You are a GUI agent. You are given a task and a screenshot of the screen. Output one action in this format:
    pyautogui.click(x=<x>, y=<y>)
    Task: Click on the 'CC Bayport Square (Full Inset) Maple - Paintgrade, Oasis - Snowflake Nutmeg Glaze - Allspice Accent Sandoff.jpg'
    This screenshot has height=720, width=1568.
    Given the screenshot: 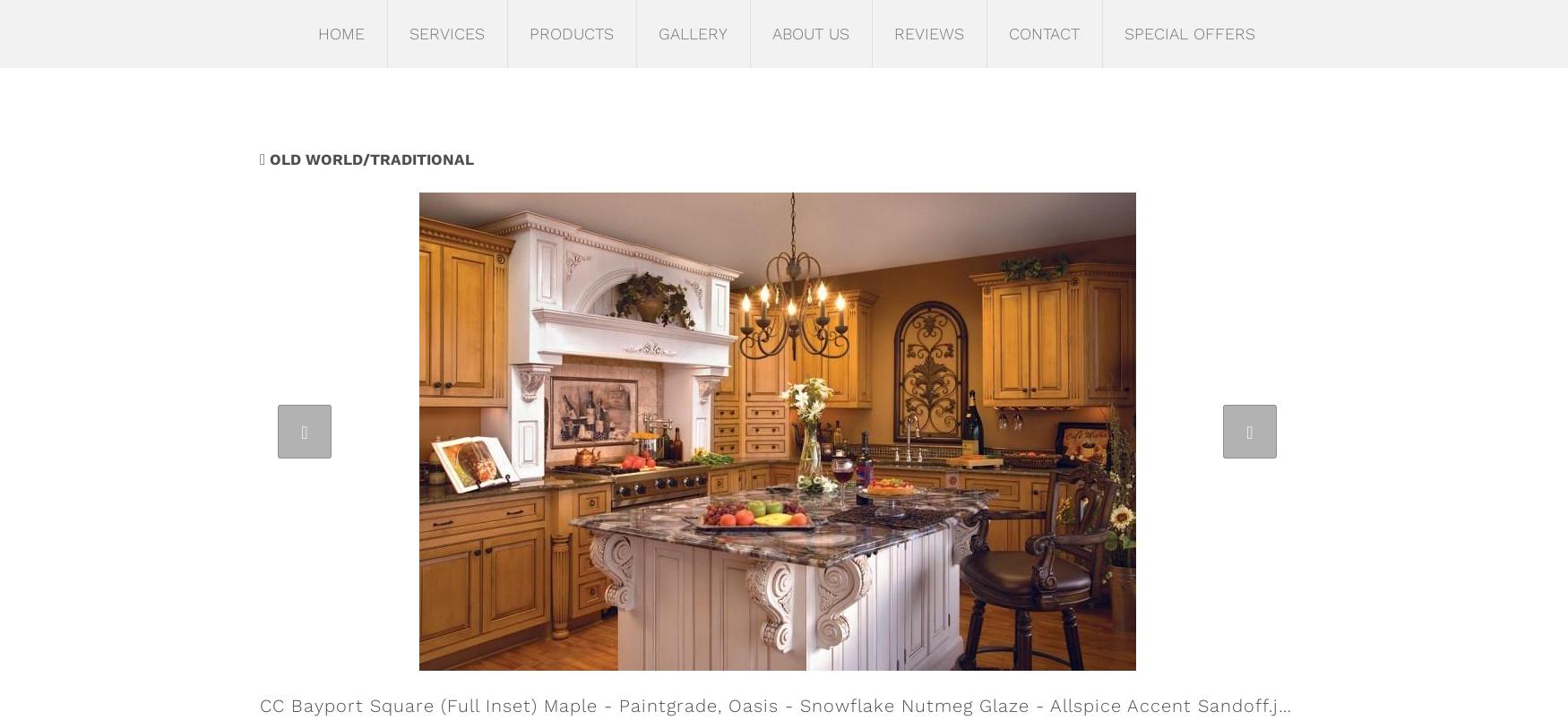 What is the action you would take?
    pyautogui.click(x=780, y=705)
    